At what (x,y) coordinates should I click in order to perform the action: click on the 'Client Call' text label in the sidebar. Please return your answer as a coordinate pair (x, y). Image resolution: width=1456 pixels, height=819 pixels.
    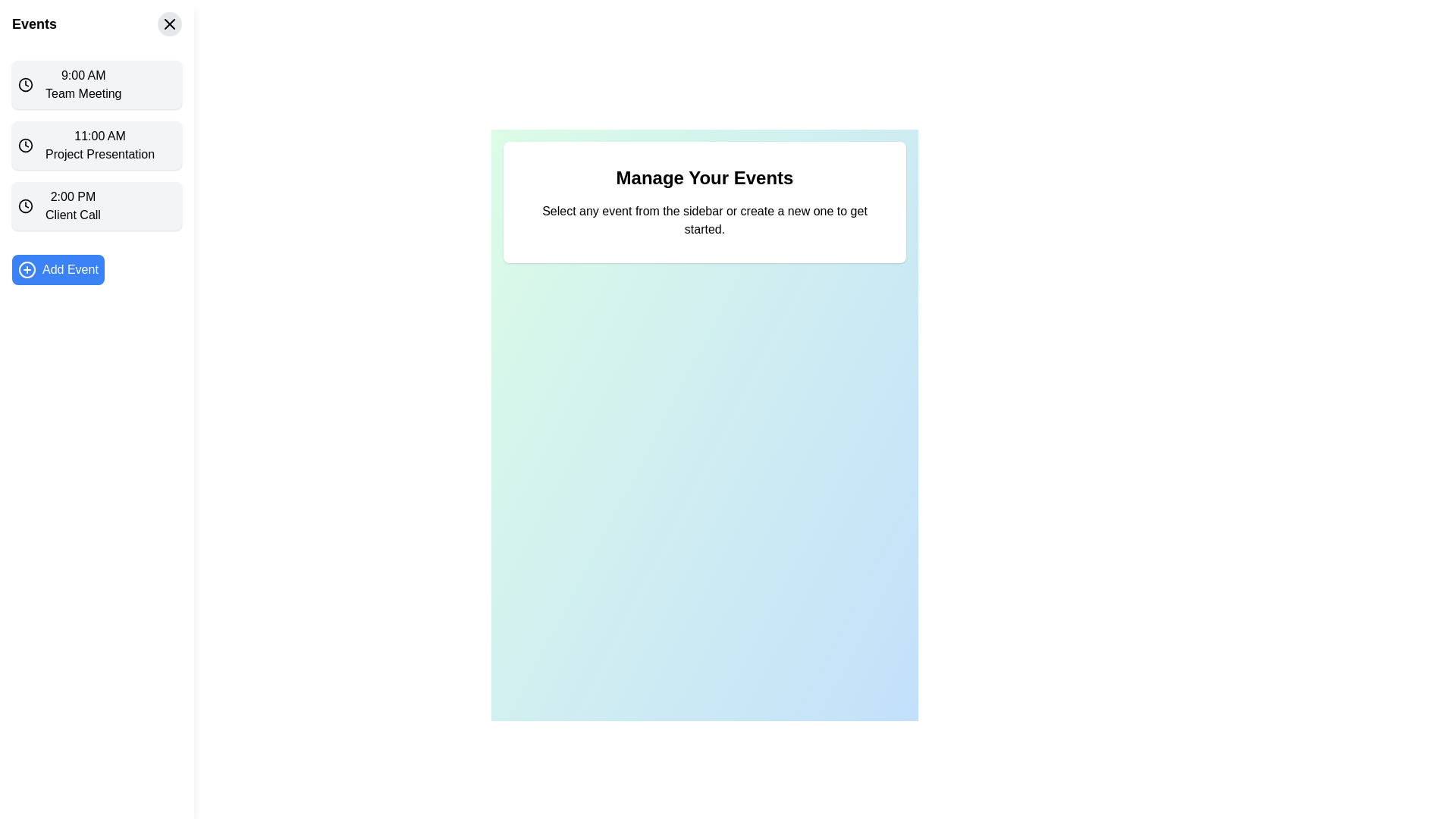
    Looking at the image, I should click on (72, 215).